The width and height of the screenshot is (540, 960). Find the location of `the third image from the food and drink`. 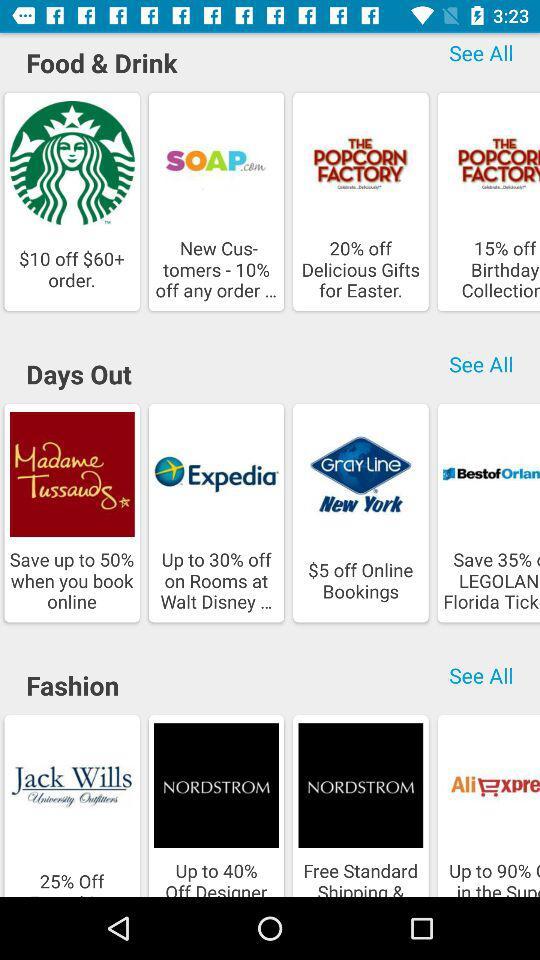

the third image from the food and drink is located at coordinates (359, 162).